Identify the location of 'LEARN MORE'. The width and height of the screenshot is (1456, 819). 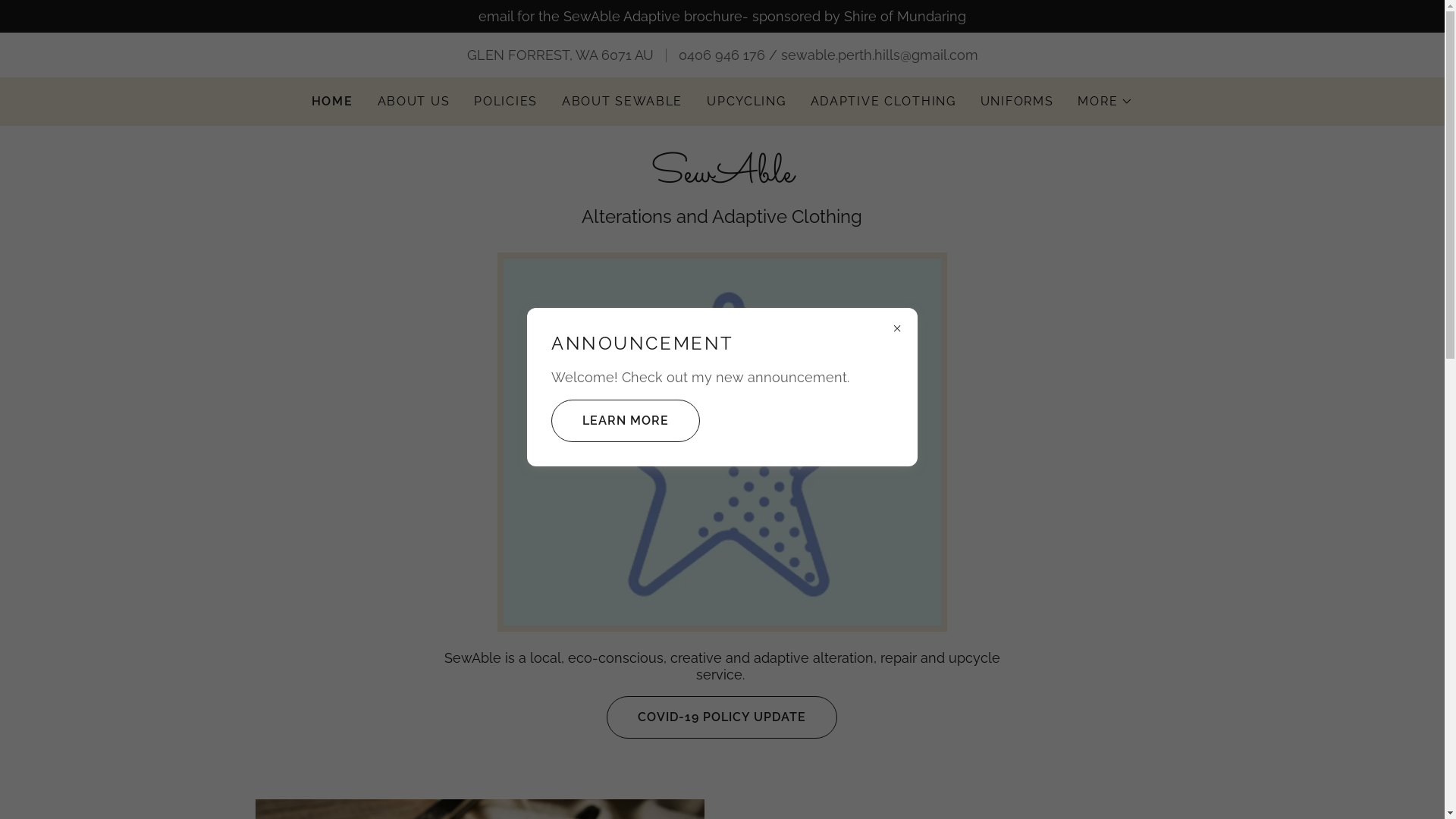
(626, 420).